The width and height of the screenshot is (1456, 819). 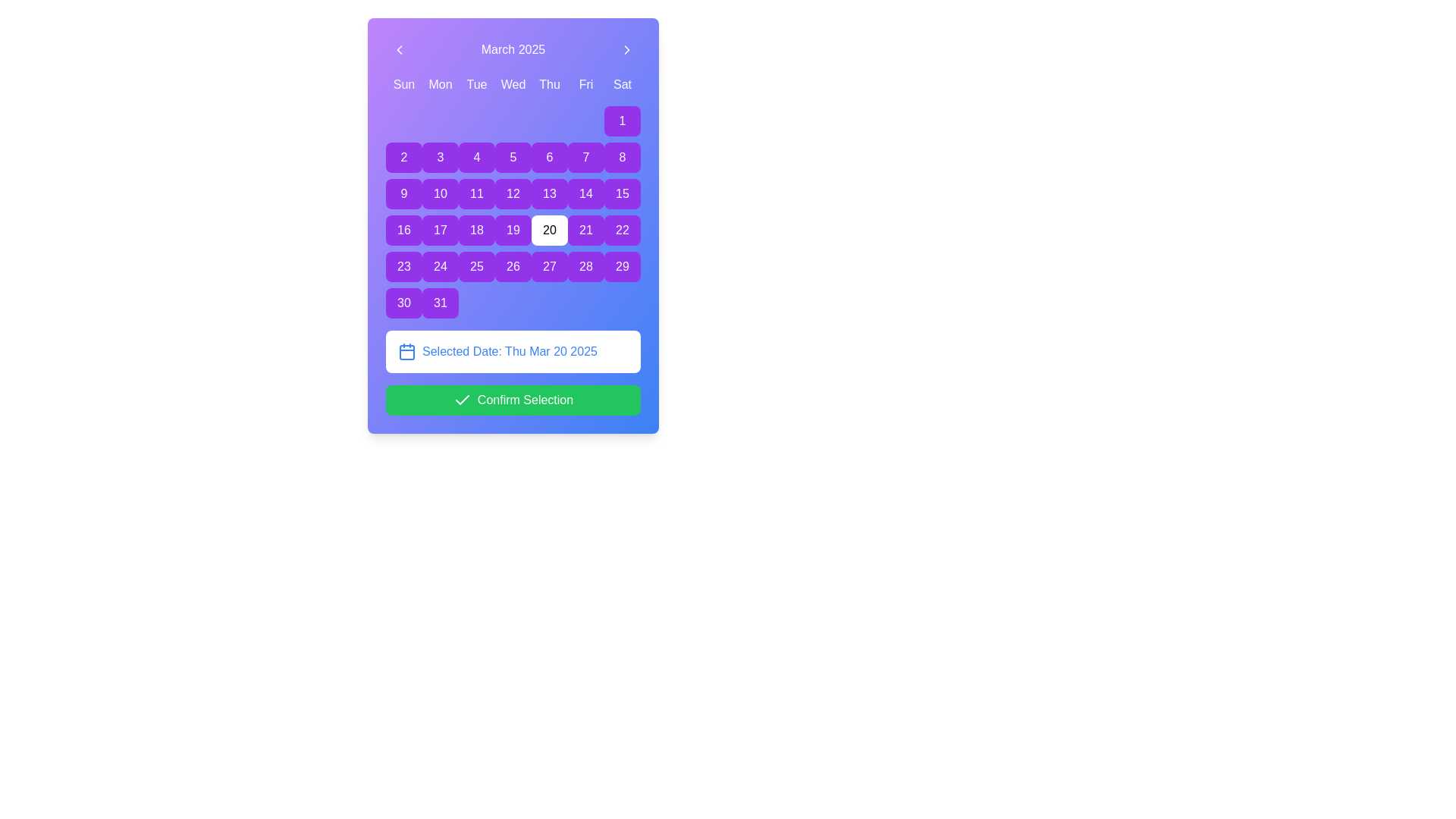 What do you see at coordinates (585, 120) in the screenshot?
I see `the uninteractive grid placeholder, which is the sixth item in the first row of the calendar grid layout, located near the top right corner` at bounding box center [585, 120].